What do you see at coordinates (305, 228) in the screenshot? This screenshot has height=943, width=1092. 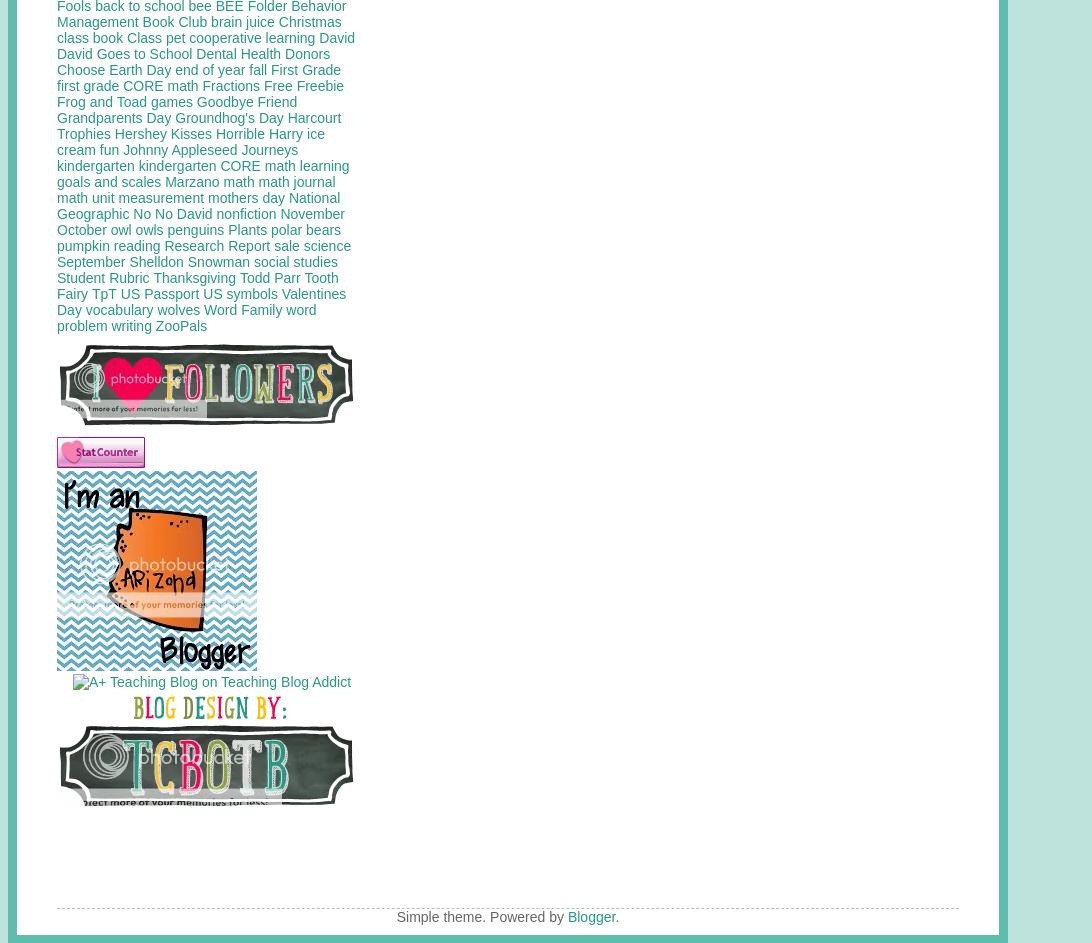 I see `'polar bears'` at bounding box center [305, 228].